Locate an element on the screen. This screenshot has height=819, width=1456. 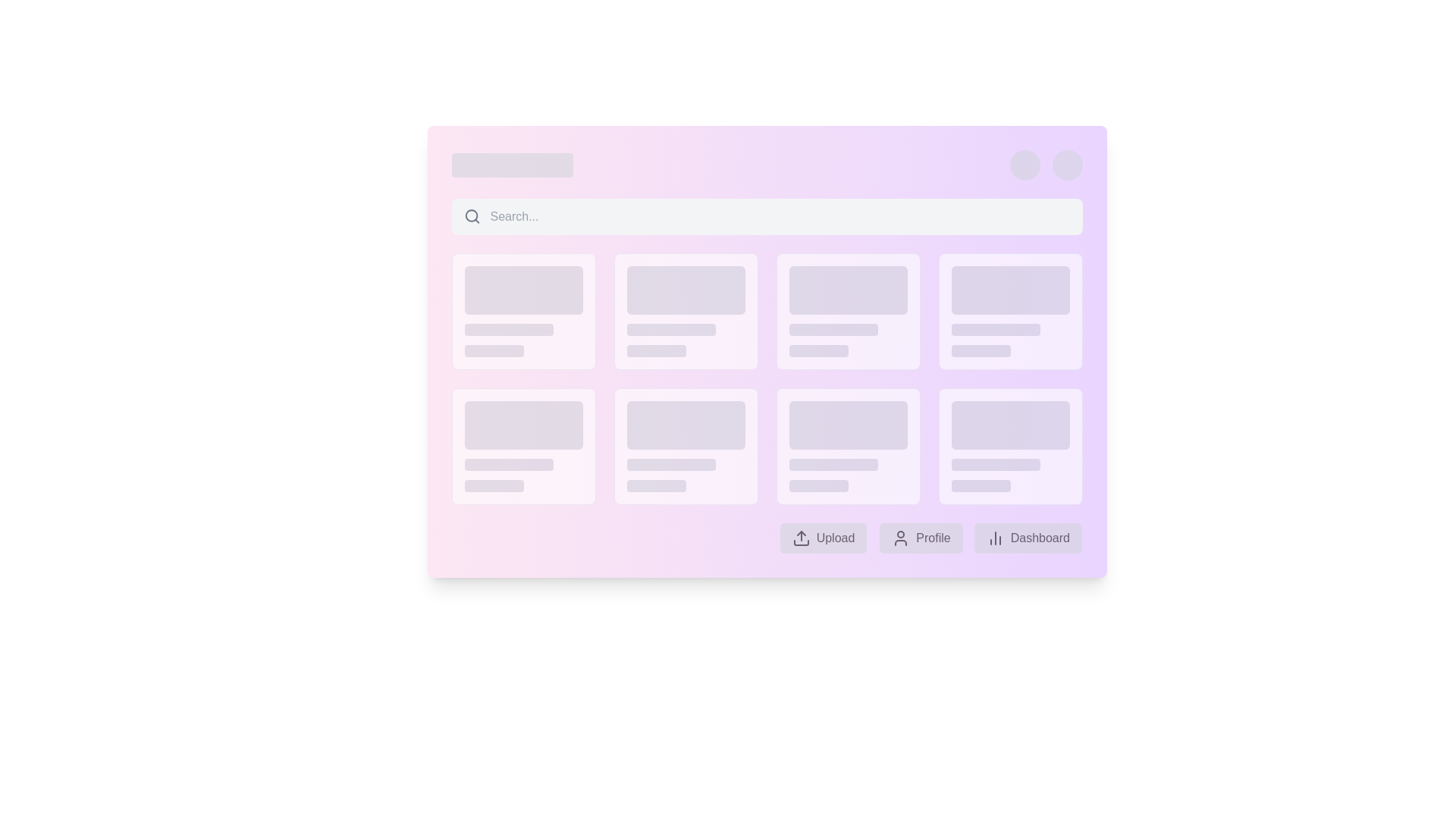
the third button in the horizontal menu group located at the bottom-right section of the layout to trigger tooltip or style changes is located at coordinates (1028, 537).